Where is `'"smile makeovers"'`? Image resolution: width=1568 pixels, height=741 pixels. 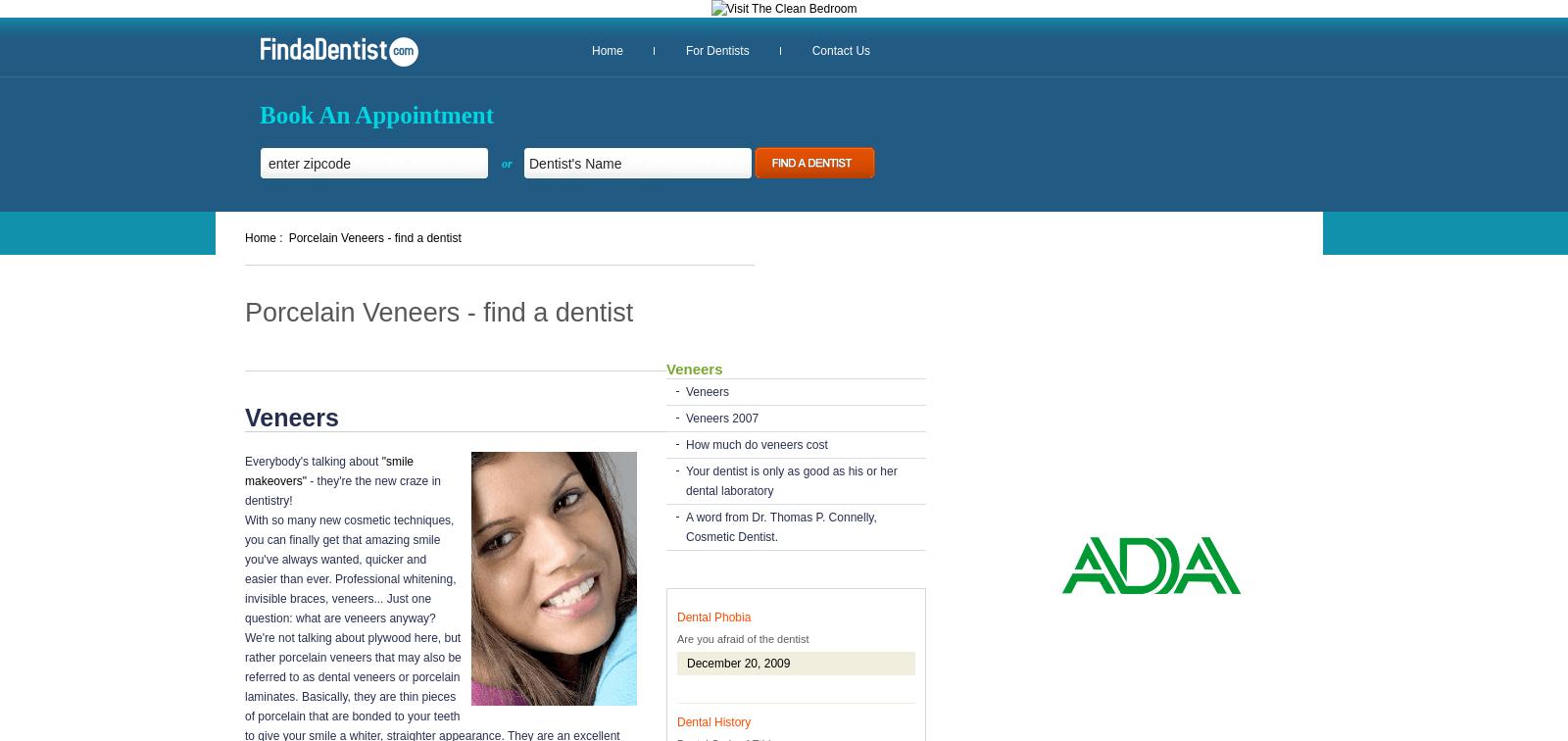 '"smile makeovers"' is located at coordinates (244, 470).